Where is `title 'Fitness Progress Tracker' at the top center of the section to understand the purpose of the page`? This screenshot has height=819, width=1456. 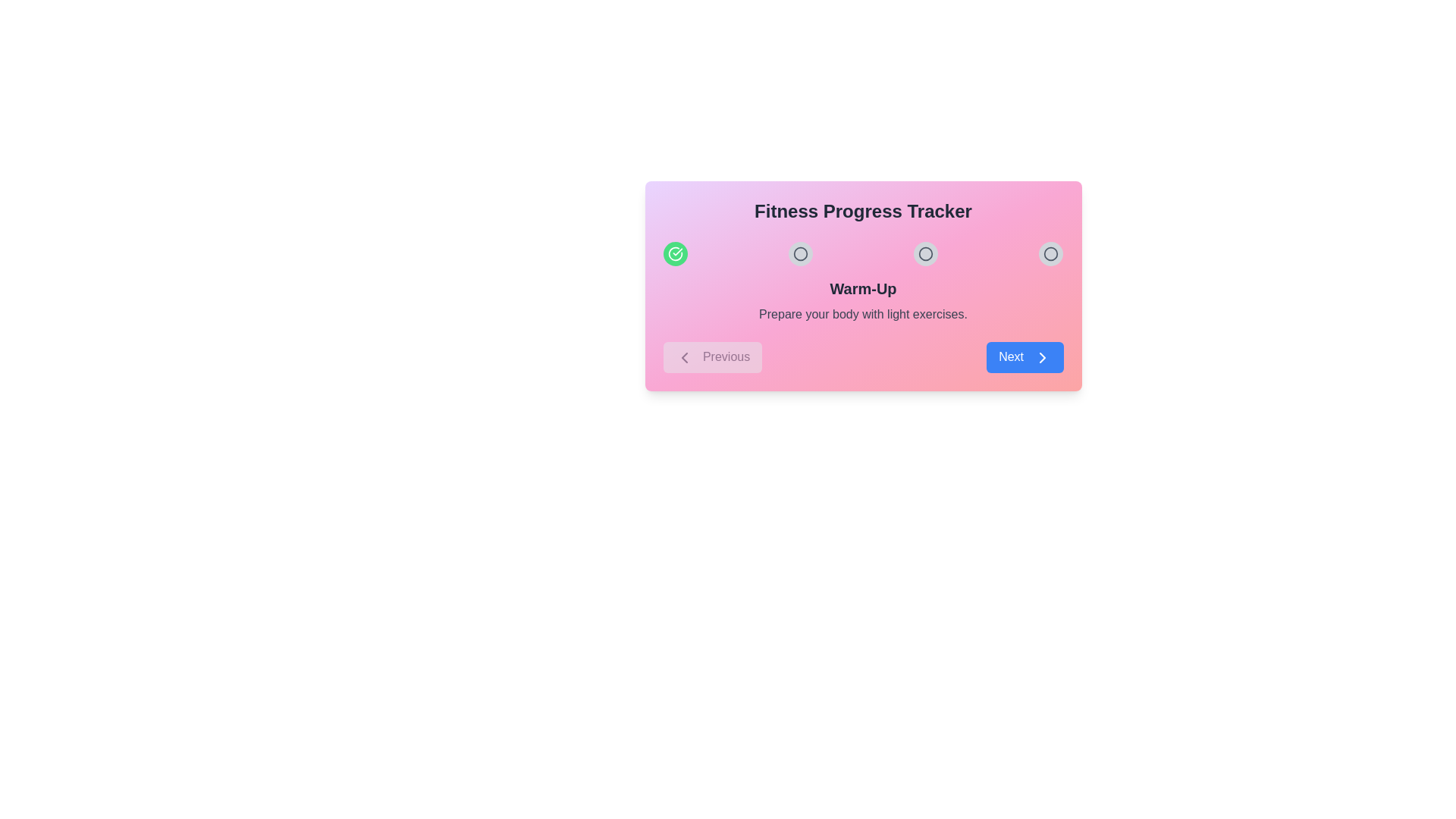 title 'Fitness Progress Tracker' at the top center of the section to understand the purpose of the page is located at coordinates (863, 211).